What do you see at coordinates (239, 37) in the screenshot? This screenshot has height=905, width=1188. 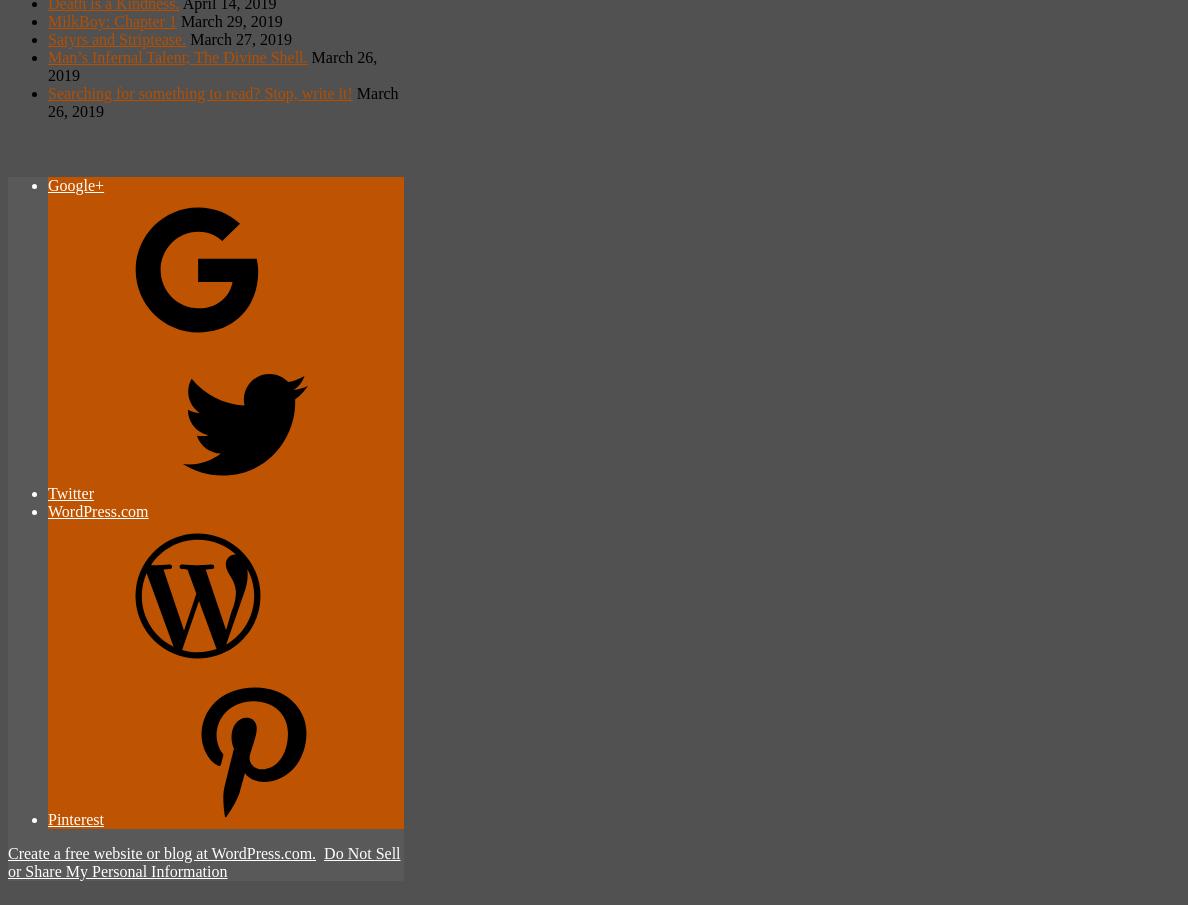 I see `'March 27, 2019'` at bounding box center [239, 37].